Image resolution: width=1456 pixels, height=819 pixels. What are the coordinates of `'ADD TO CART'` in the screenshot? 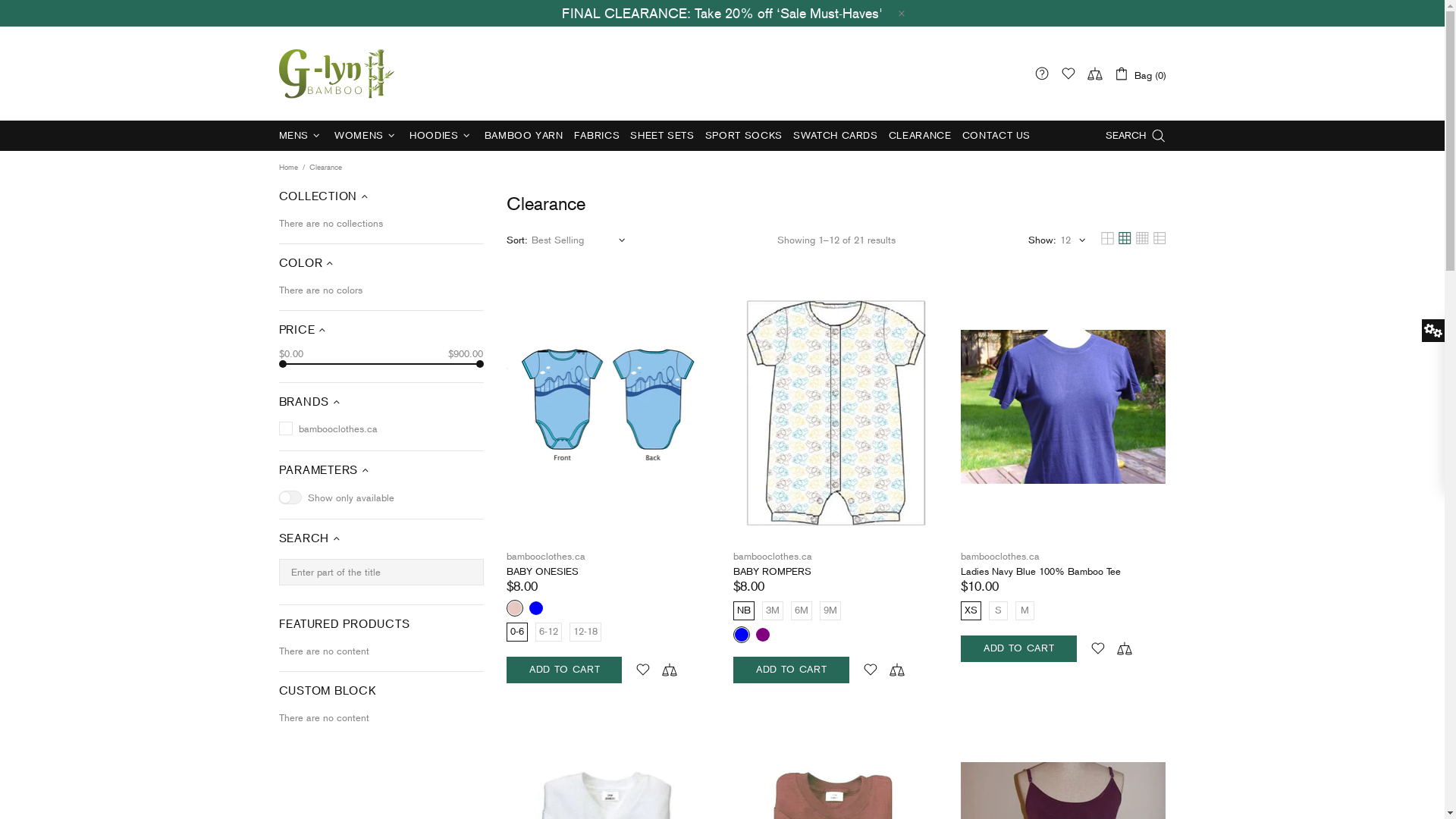 It's located at (1018, 648).